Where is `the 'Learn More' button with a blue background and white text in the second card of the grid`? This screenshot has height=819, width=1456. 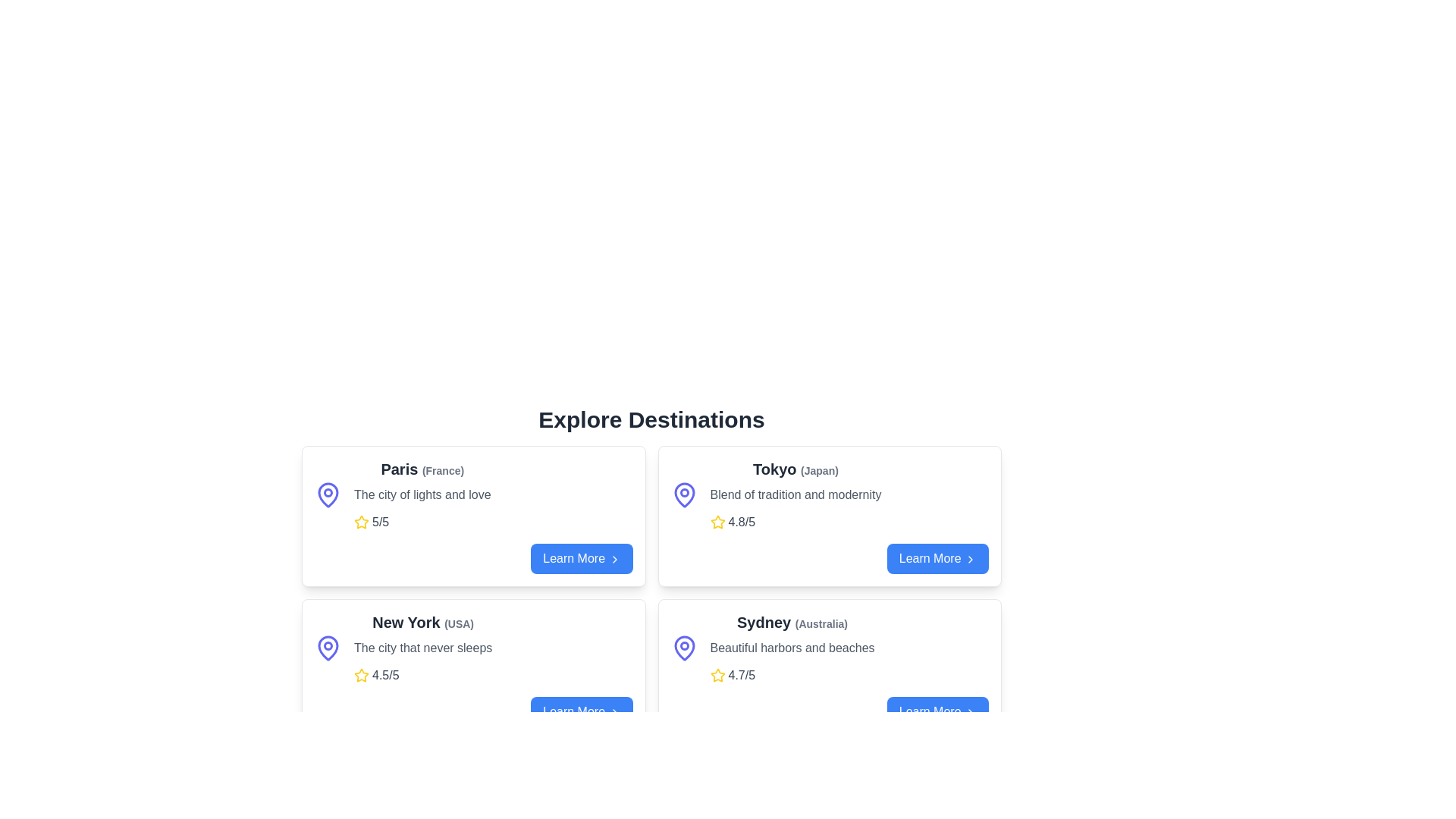
the 'Learn More' button with a blue background and white text in the second card of the grid is located at coordinates (581, 558).